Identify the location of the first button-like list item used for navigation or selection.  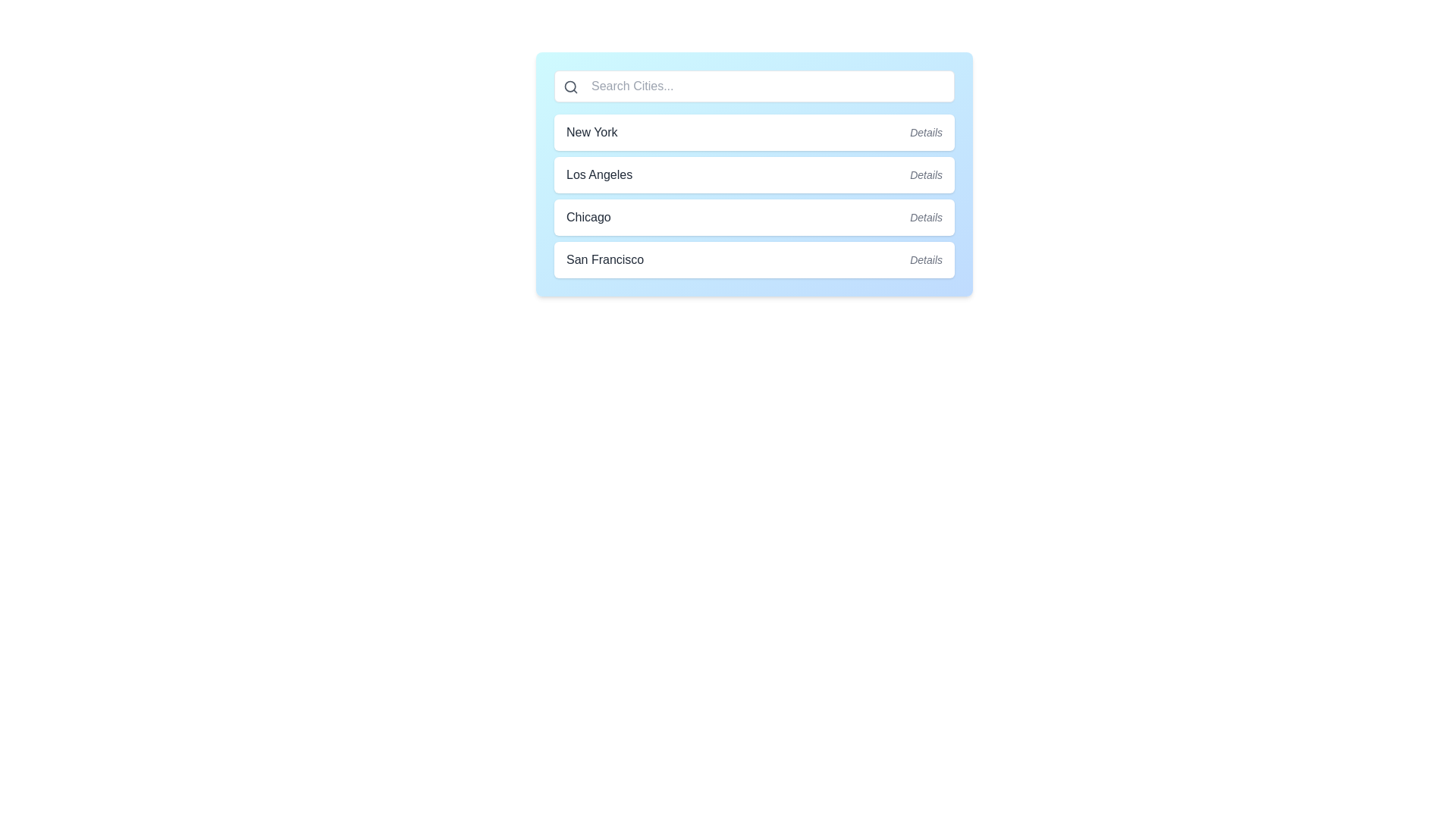
(754, 131).